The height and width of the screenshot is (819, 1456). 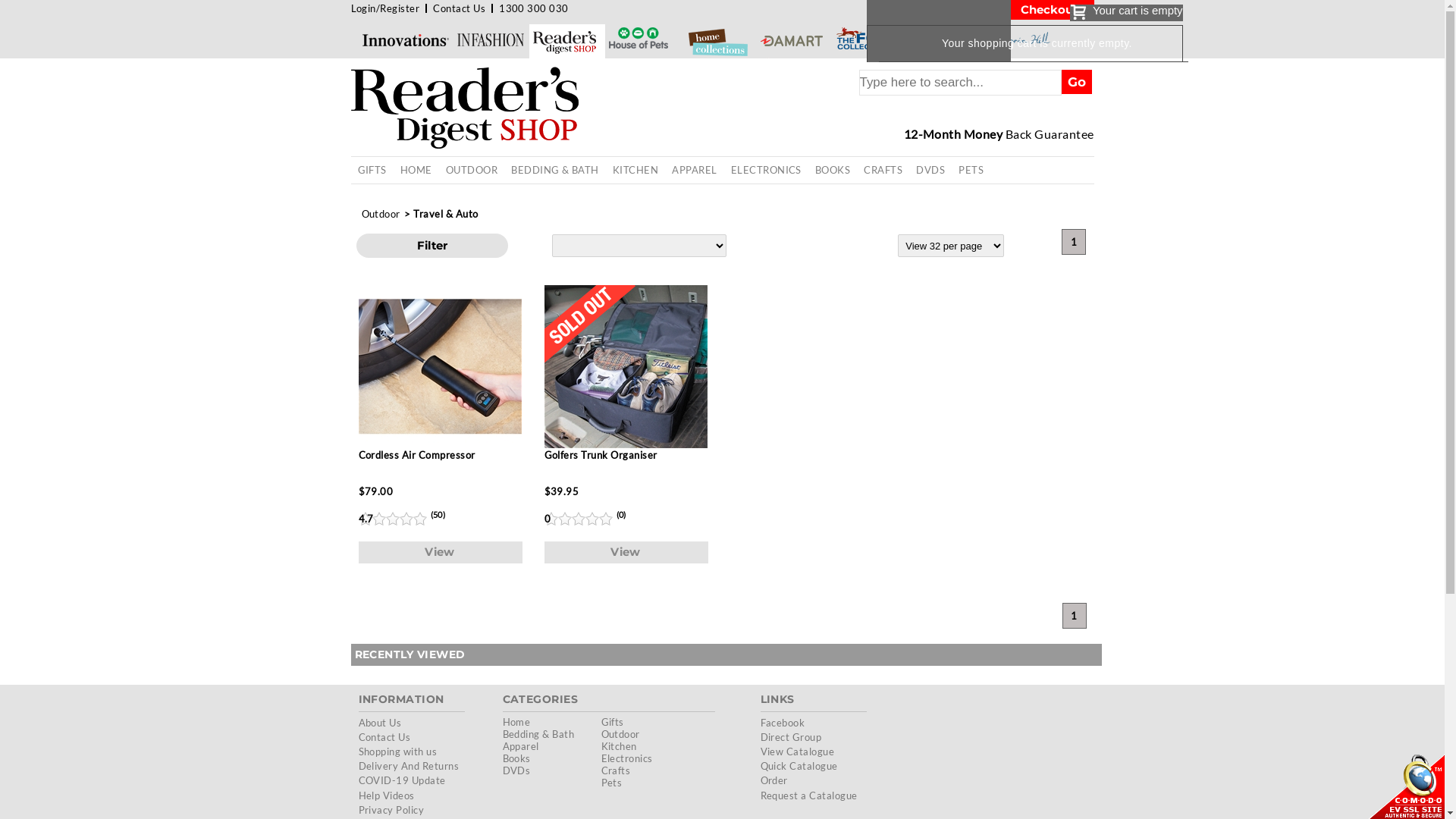 I want to click on 'Checkout >', so click(x=1051, y=9).